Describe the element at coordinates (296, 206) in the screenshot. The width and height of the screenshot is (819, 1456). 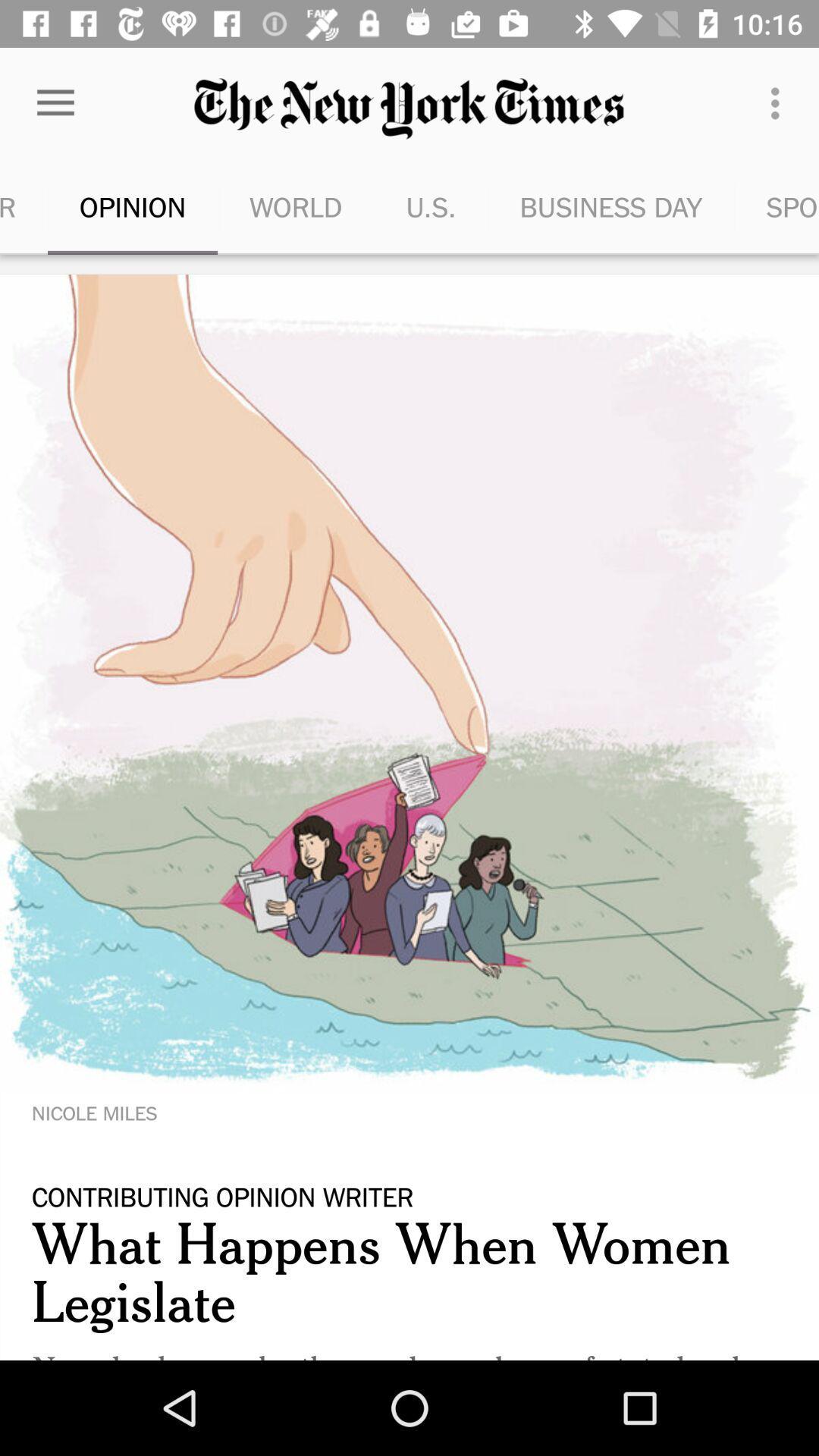
I see `the icon next to opinion` at that location.